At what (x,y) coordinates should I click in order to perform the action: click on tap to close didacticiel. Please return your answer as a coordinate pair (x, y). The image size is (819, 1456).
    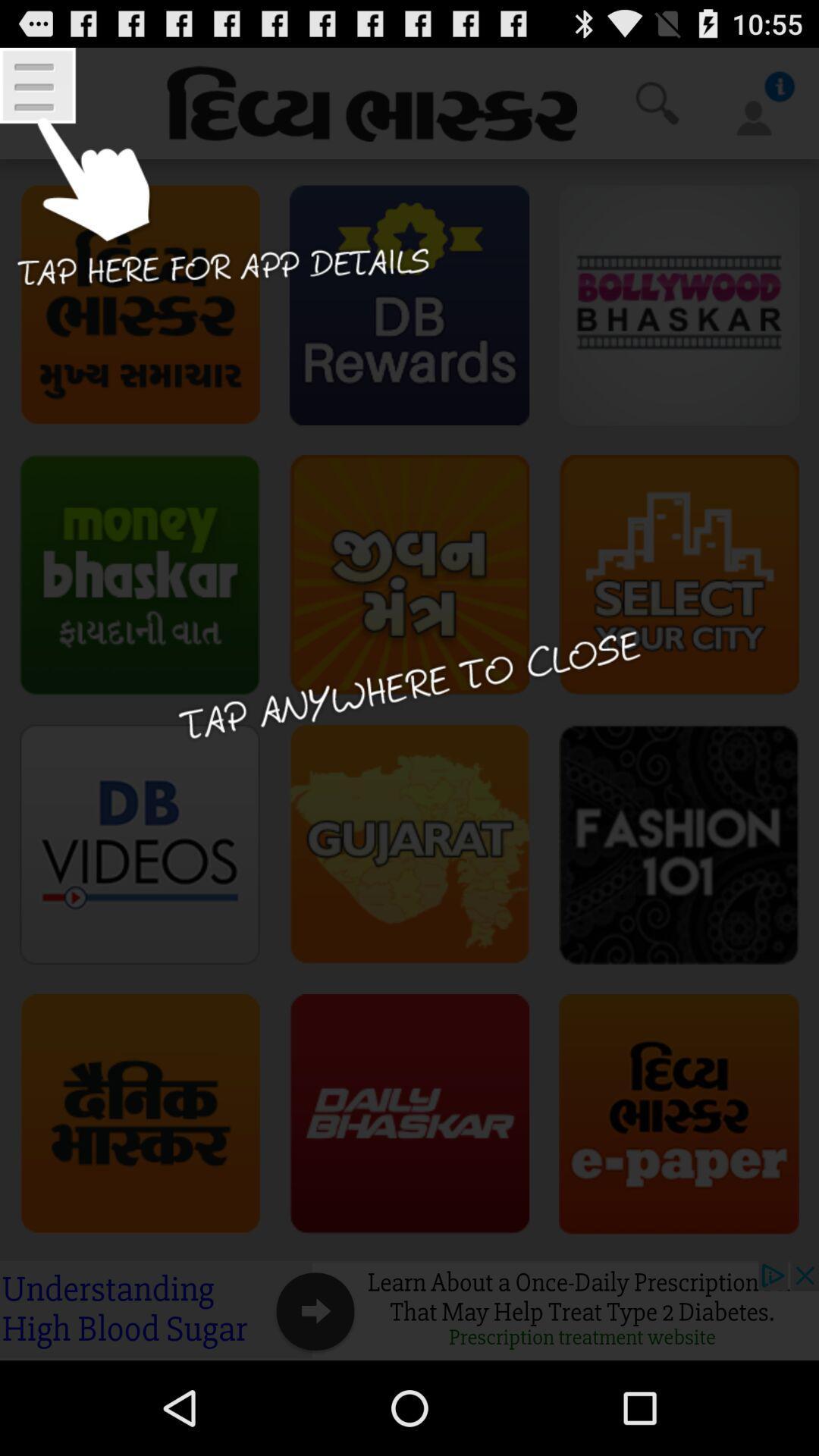
    Looking at the image, I should click on (409, 703).